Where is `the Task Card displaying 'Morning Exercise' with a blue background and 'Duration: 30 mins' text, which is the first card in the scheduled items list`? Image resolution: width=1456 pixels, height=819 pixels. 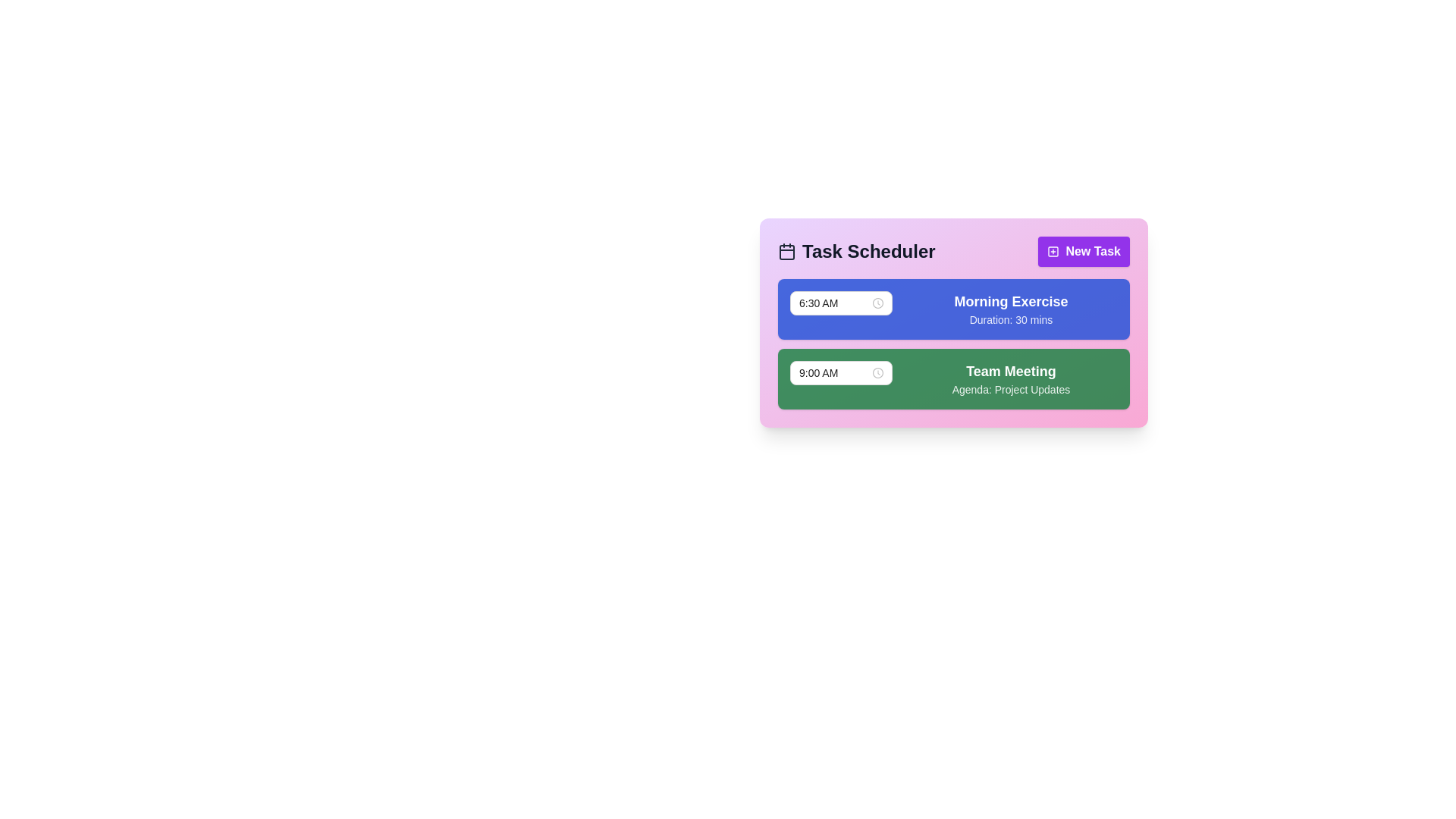
the Task Card displaying 'Morning Exercise' with a blue background and 'Duration: 30 mins' text, which is the first card in the scheduled items list is located at coordinates (952, 309).